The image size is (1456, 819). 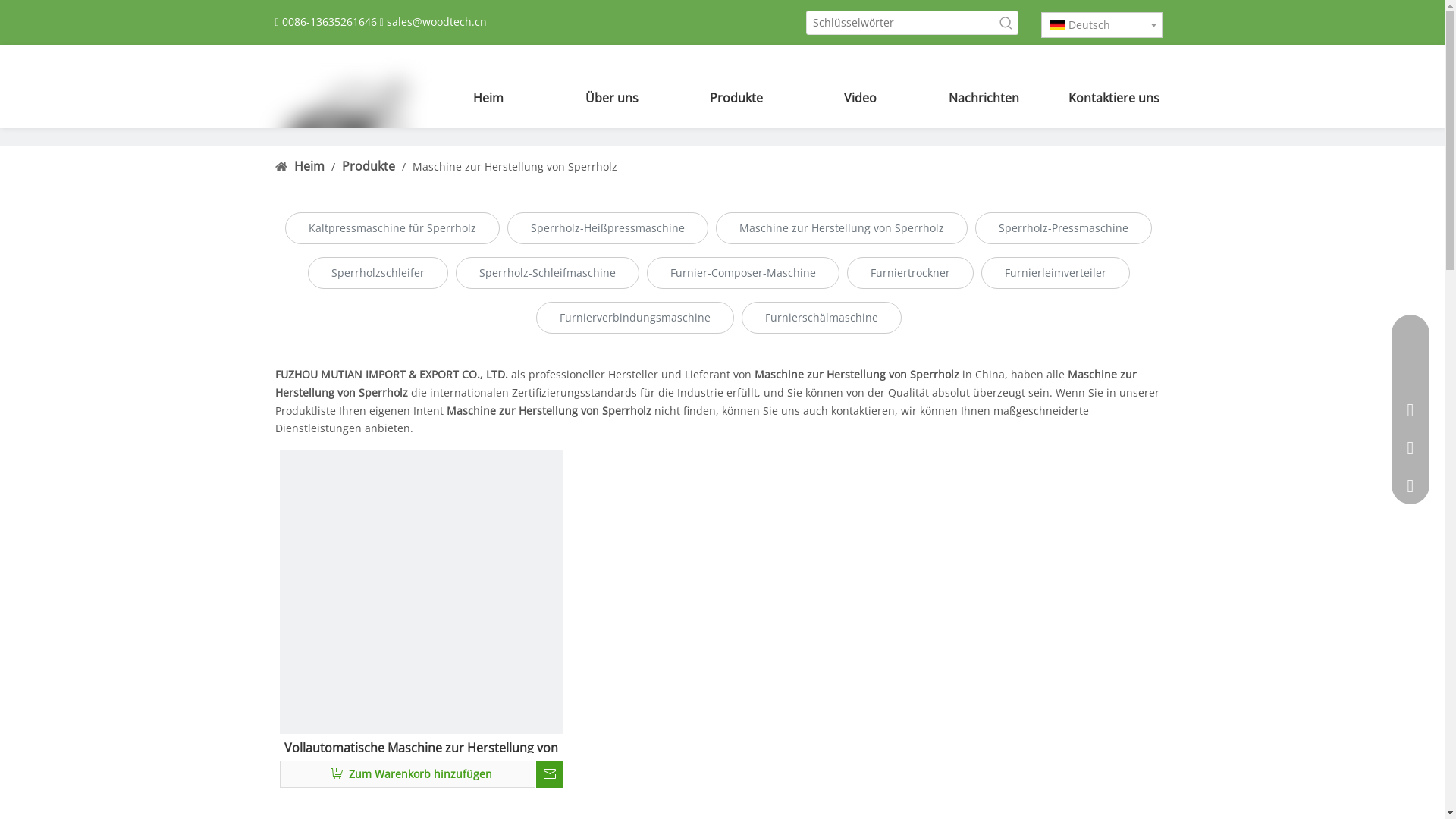 I want to click on 'Furnier-Composer-Maschine', so click(x=742, y=271).